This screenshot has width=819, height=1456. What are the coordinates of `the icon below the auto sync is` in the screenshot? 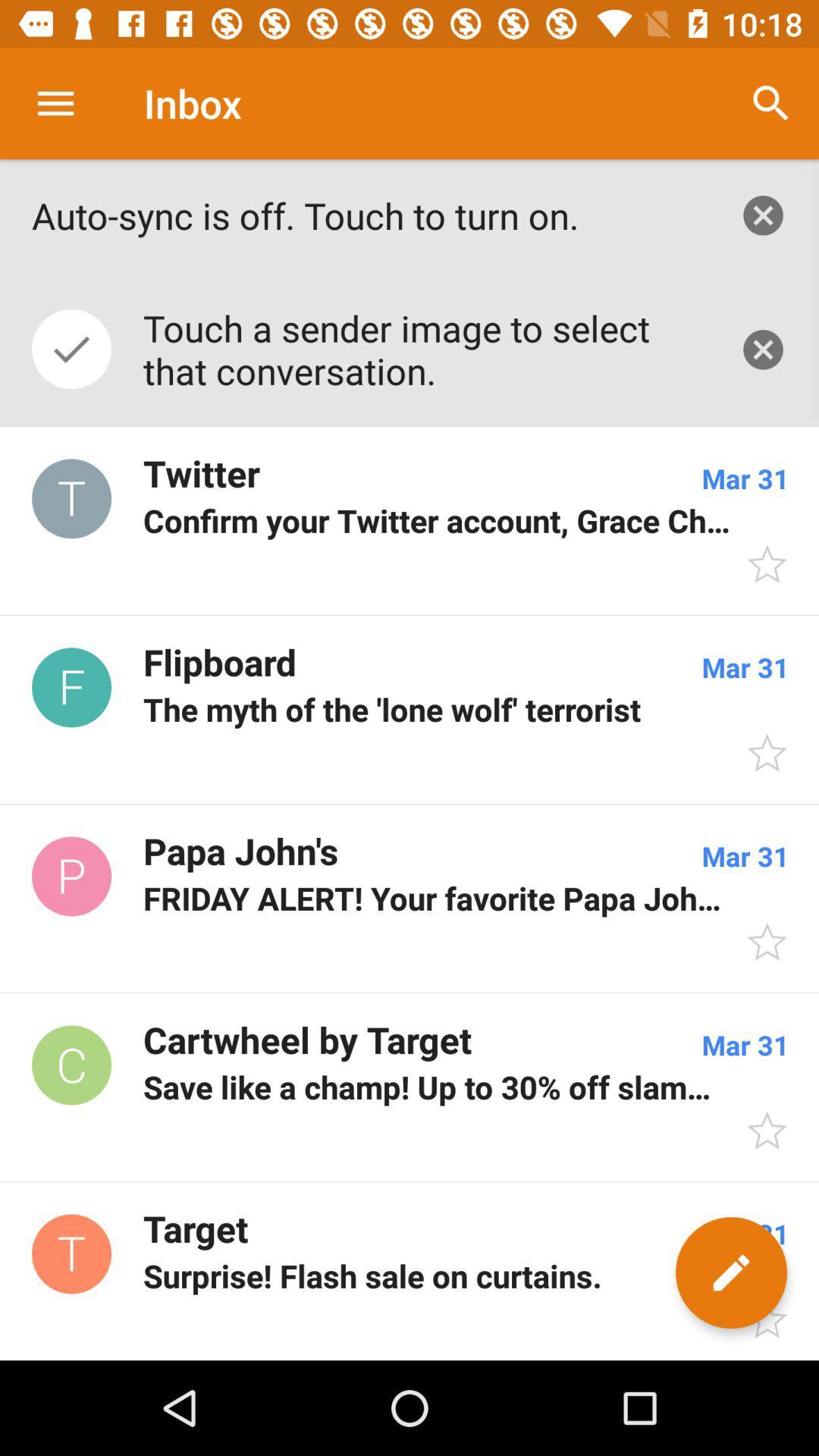 It's located at (409, 366).